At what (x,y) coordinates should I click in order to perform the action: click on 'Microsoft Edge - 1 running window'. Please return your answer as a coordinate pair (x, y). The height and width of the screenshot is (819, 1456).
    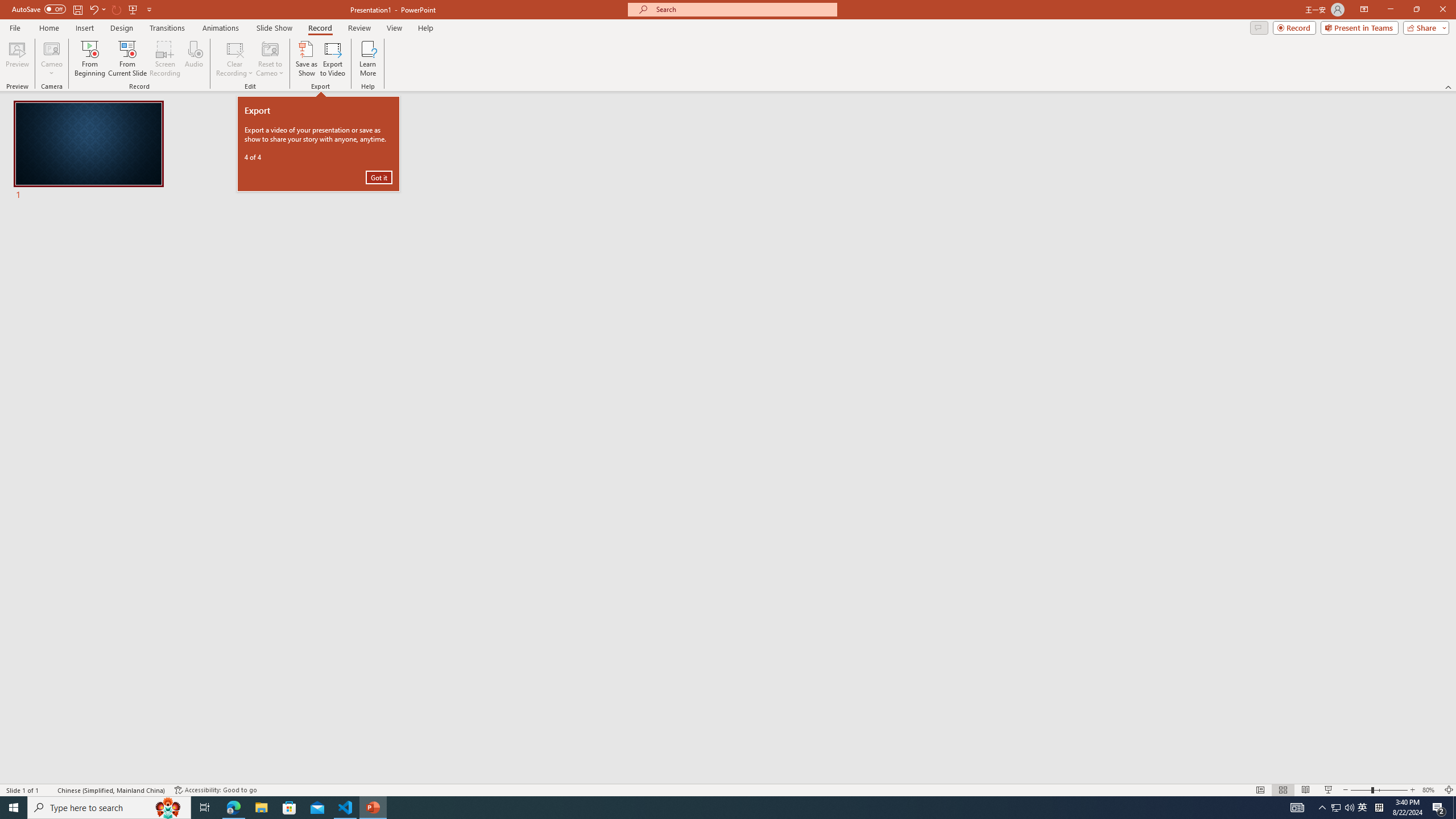
    Looking at the image, I should click on (233, 806).